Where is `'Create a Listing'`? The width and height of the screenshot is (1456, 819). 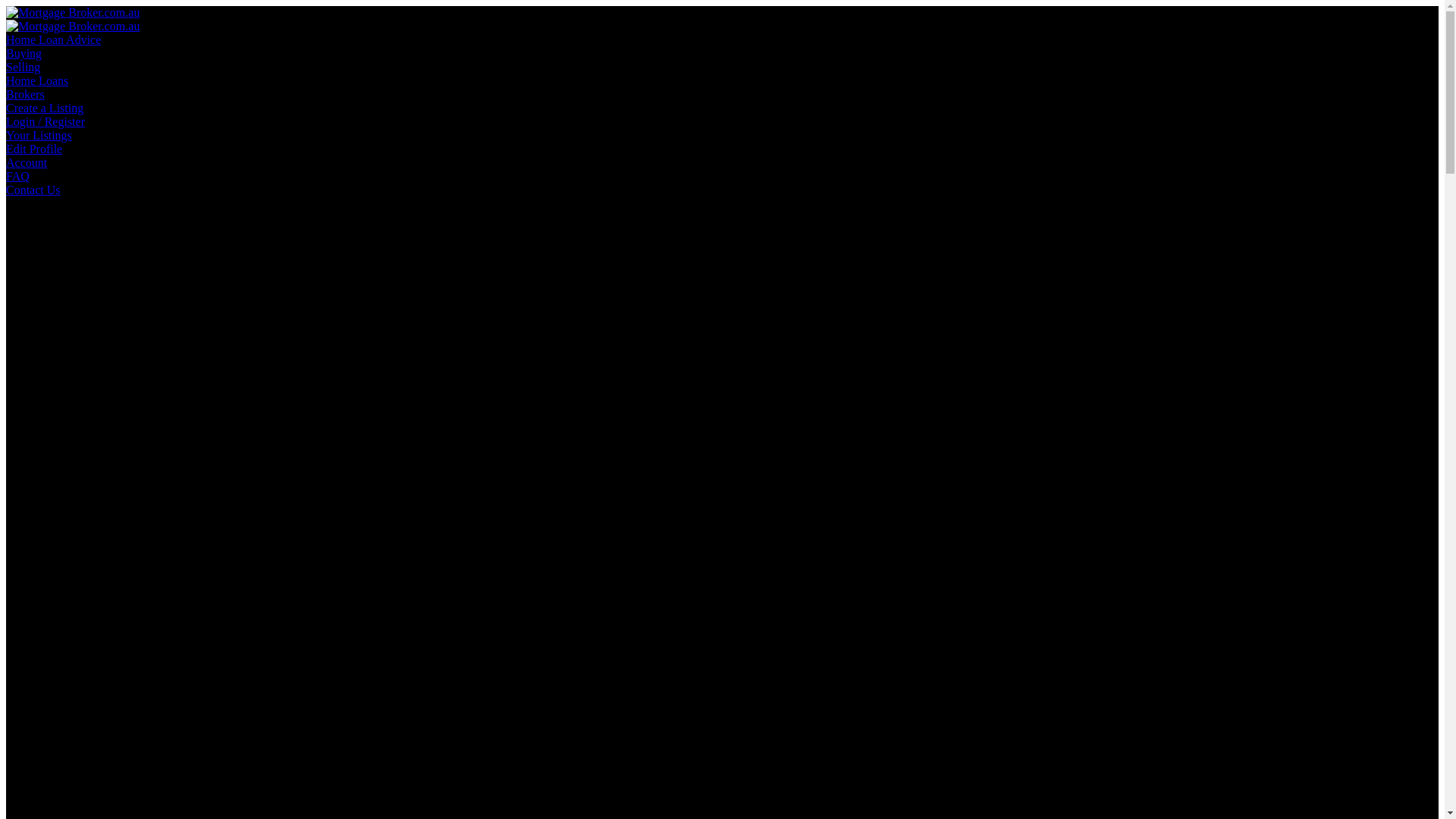 'Create a Listing' is located at coordinates (6, 107).